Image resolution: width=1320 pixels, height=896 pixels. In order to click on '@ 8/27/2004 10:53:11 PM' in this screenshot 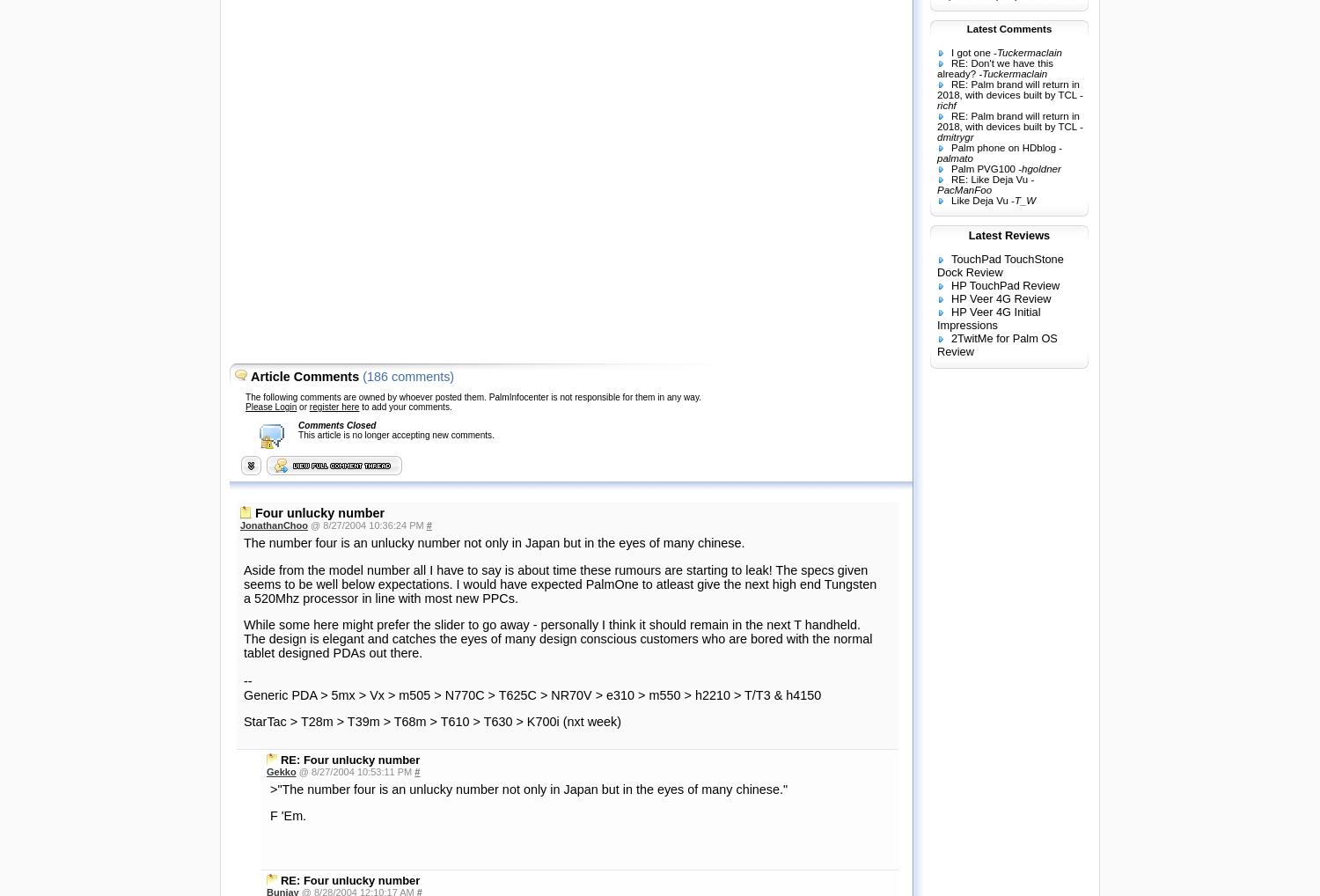, I will do `click(355, 770)`.